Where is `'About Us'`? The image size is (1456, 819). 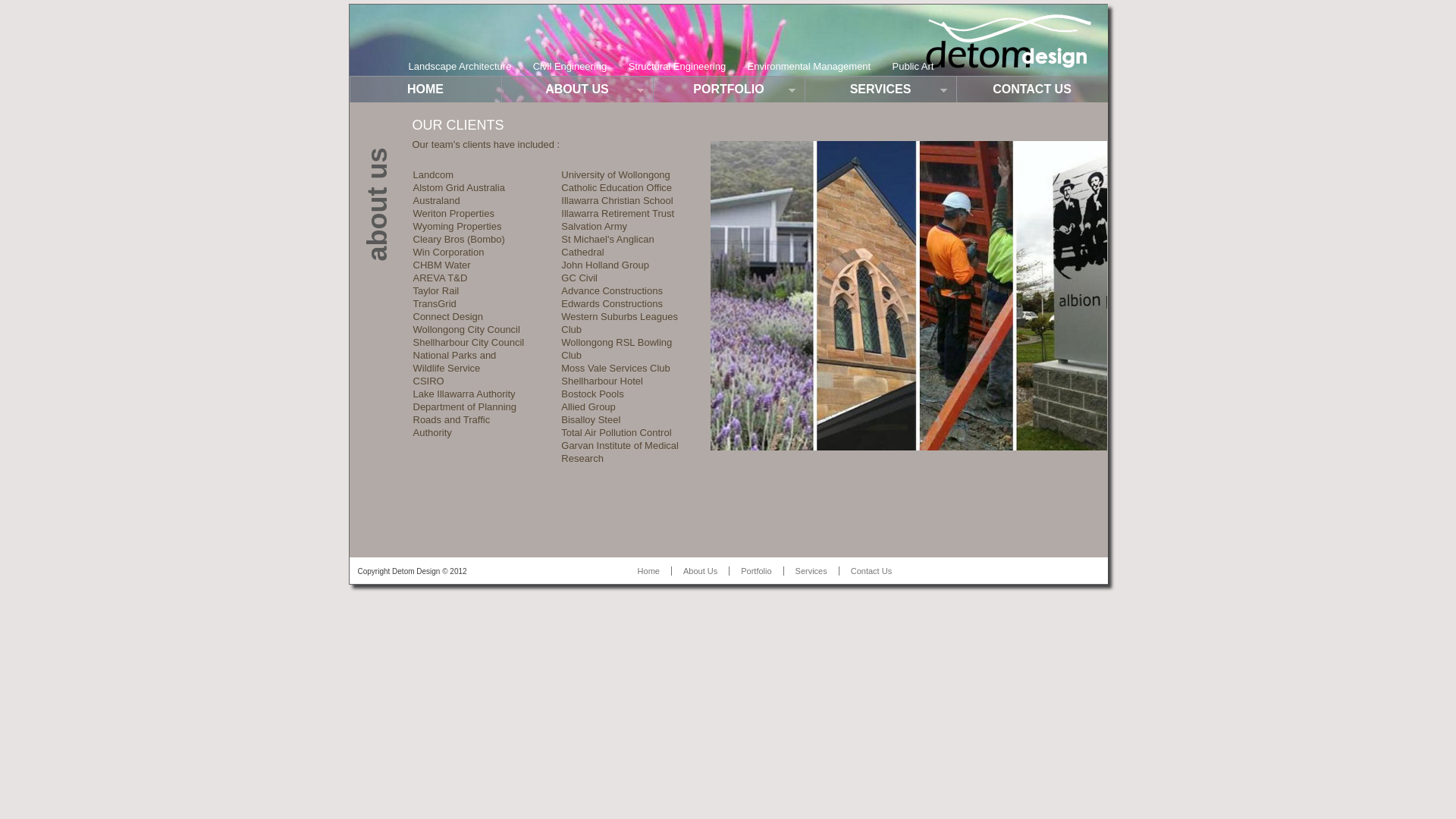 'About Us' is located at coordinates (698, 570).